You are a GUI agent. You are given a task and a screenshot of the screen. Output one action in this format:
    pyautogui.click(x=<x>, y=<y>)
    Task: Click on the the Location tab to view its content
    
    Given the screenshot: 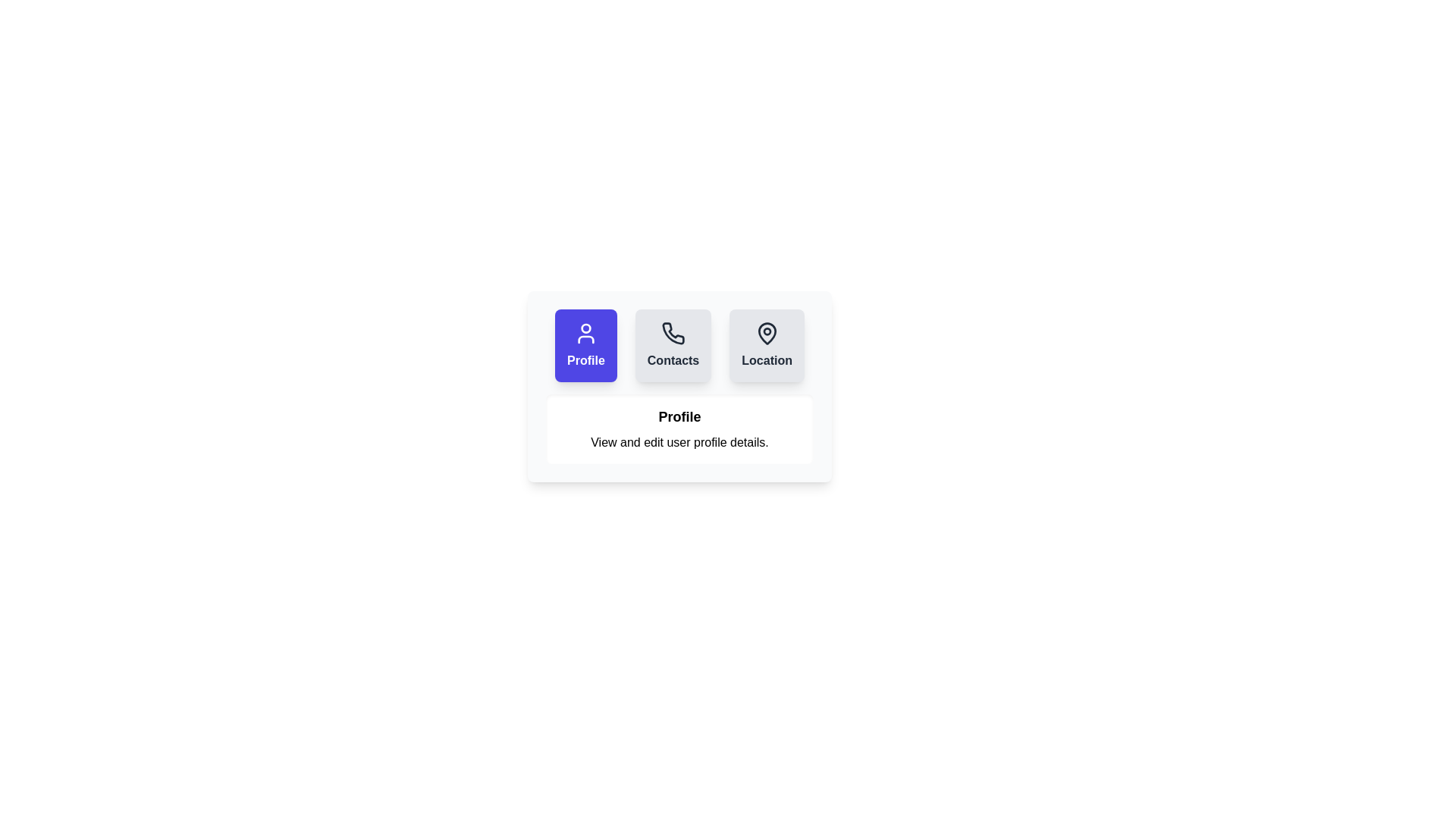 What is the action you would take?
    pyautogui.click(x=767, y=345)
    